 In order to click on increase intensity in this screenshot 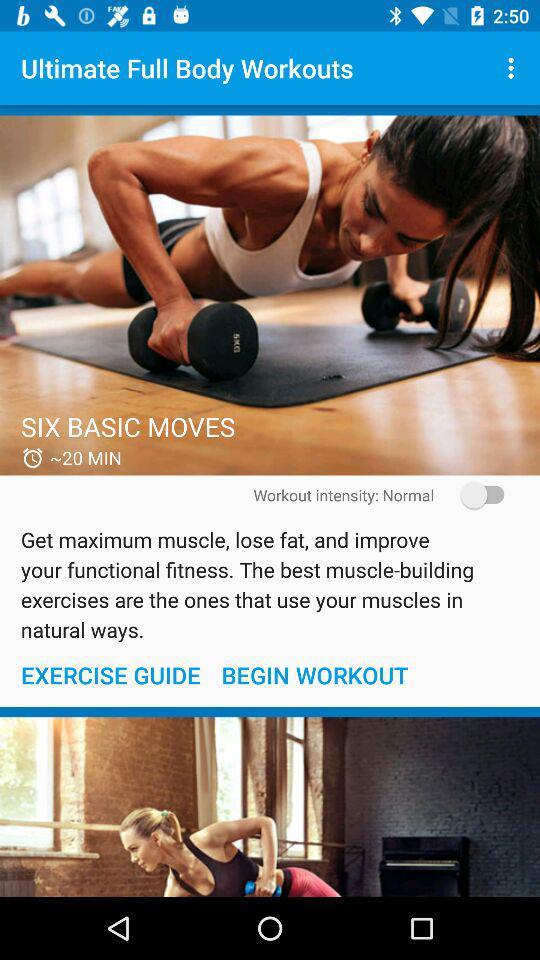, I will do `click(475, 494)`.